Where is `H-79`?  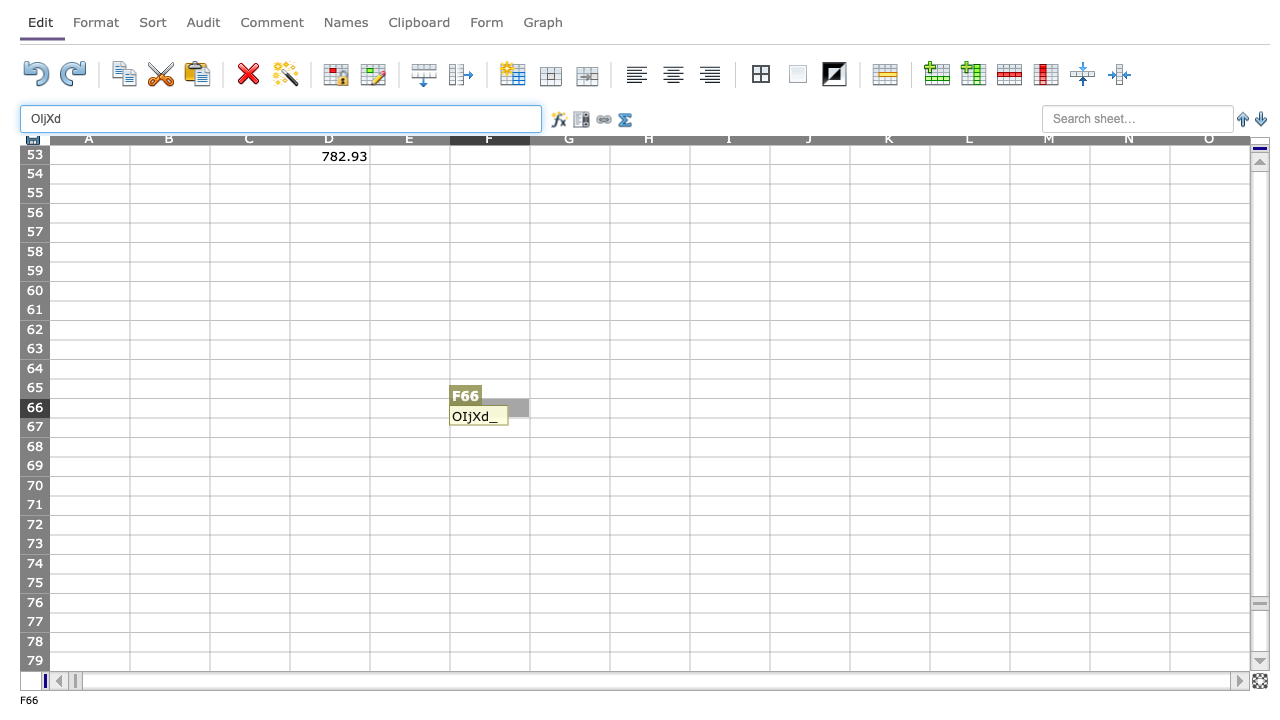
H-79 is located at coordinates (649, 661).